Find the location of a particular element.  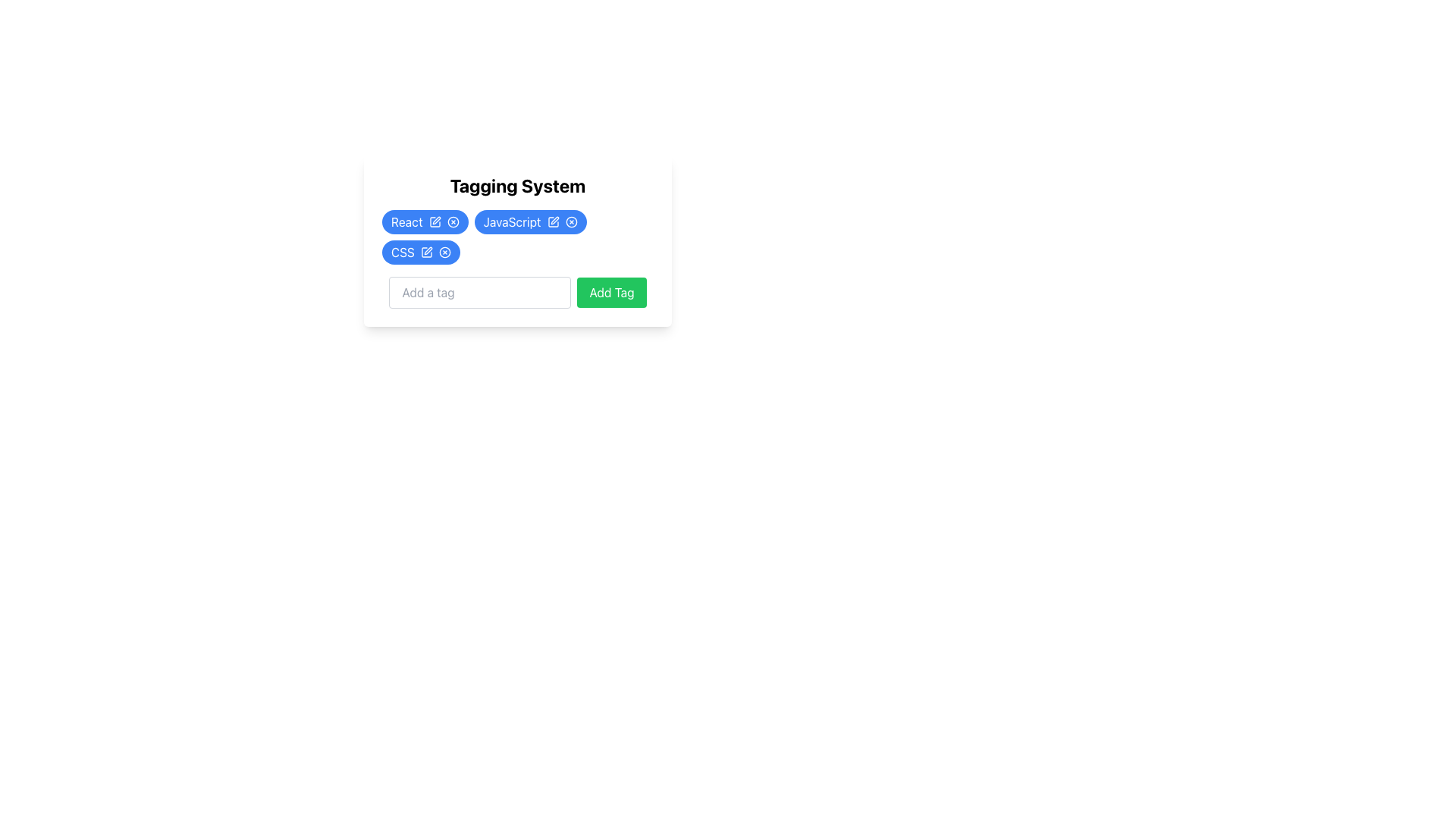

the delete icon button for the 'CSS' tag located at the far right of the bottom row in the 'Tagging System' interface is located at coordinates (444, 251).